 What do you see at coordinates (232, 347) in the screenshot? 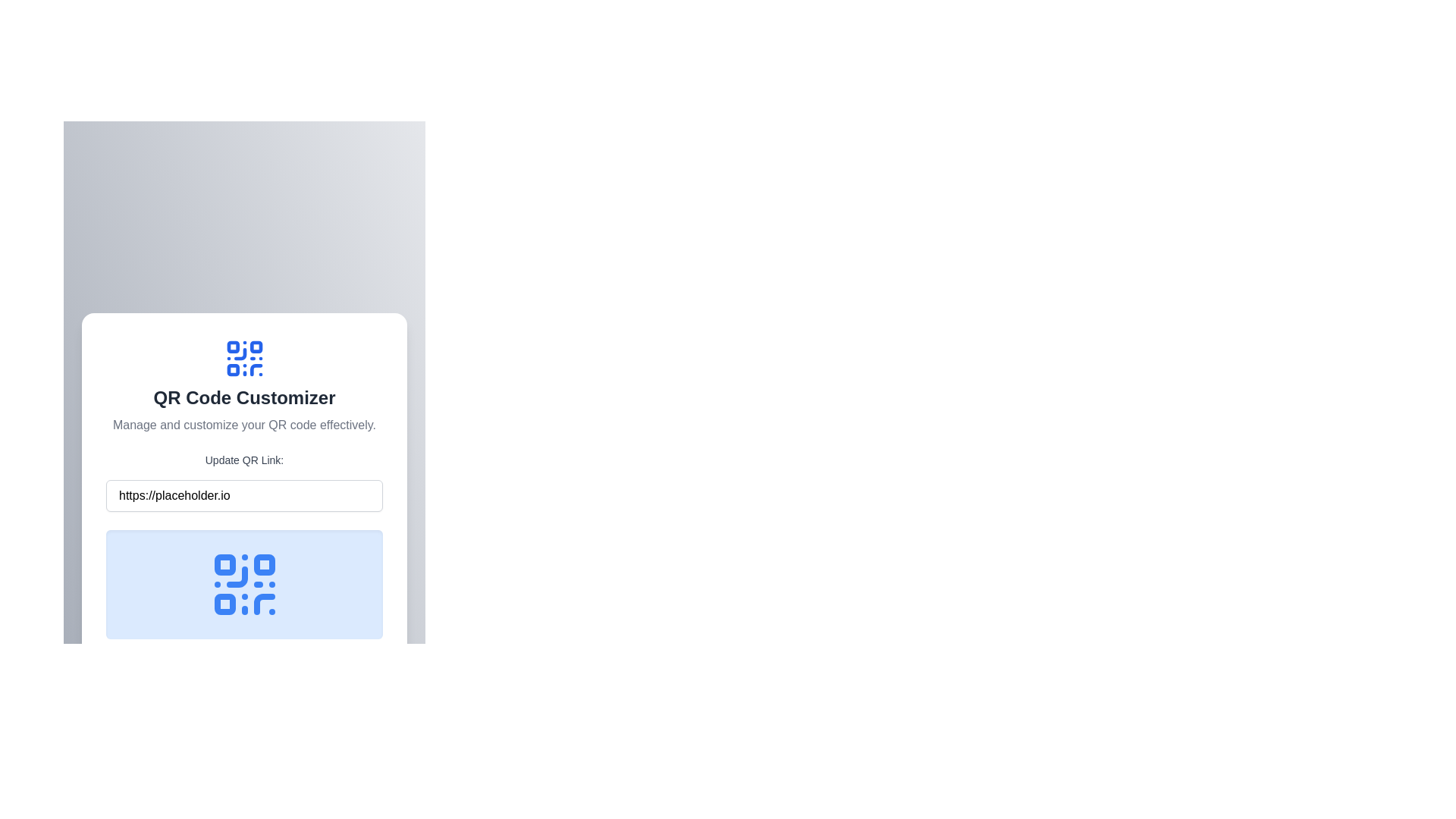
I see `the top-left square decorative element of the QR code icon, which is part of a 3x3 grid arrangement` at bounding box center [232, 347].